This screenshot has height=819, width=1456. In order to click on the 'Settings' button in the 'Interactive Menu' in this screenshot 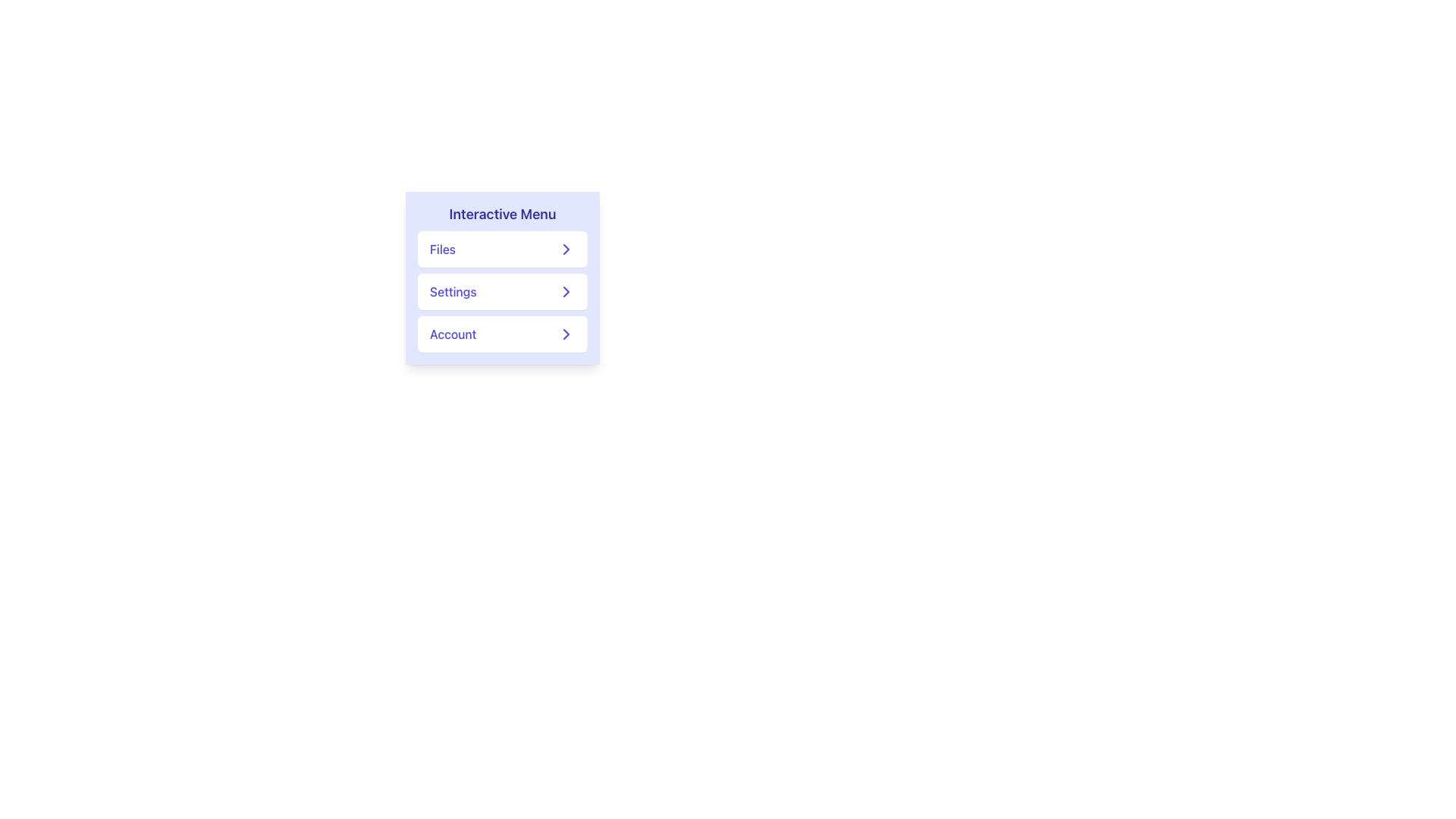, I will do `click(502, 292)`.